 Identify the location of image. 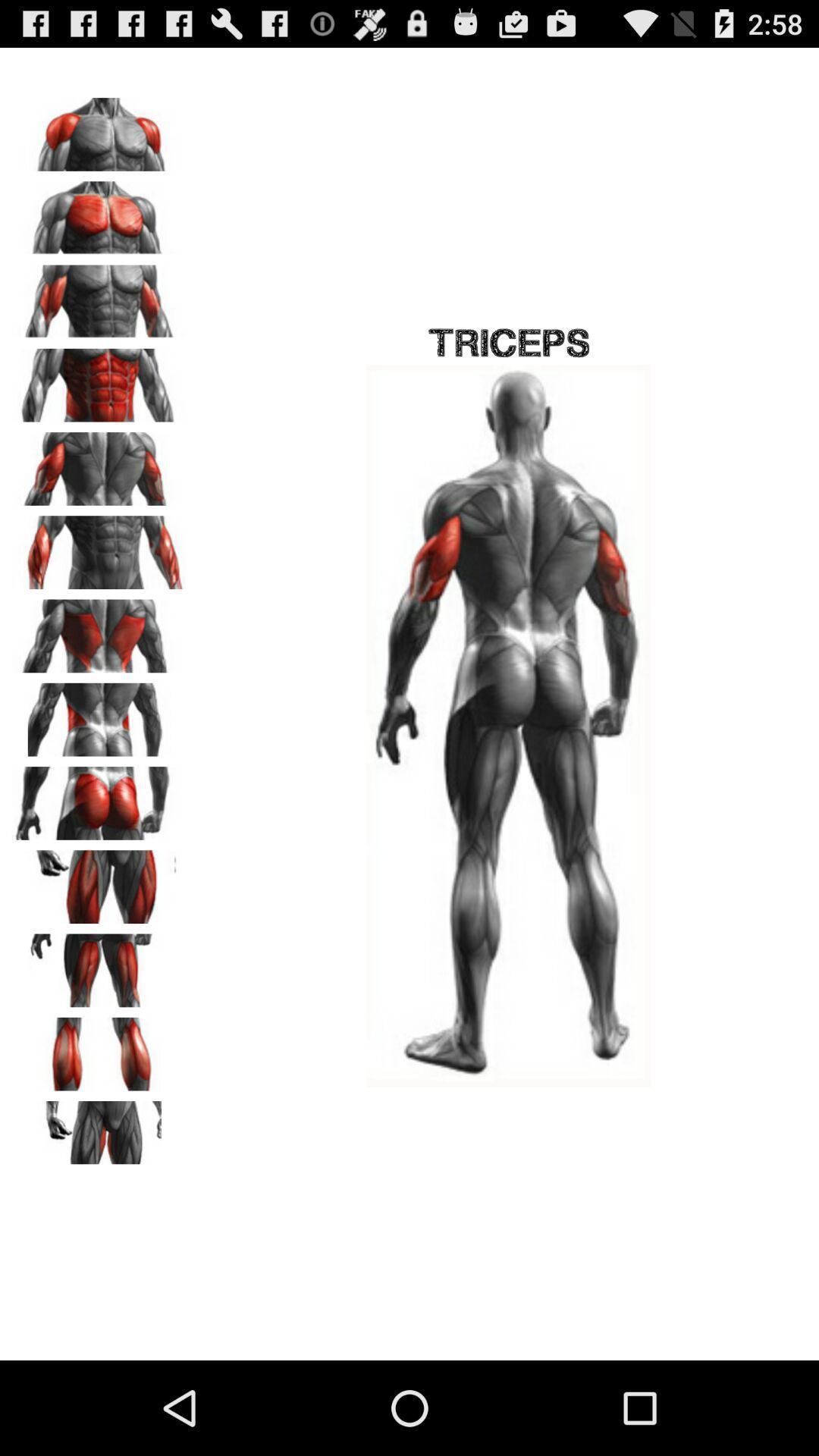
(99, 546).